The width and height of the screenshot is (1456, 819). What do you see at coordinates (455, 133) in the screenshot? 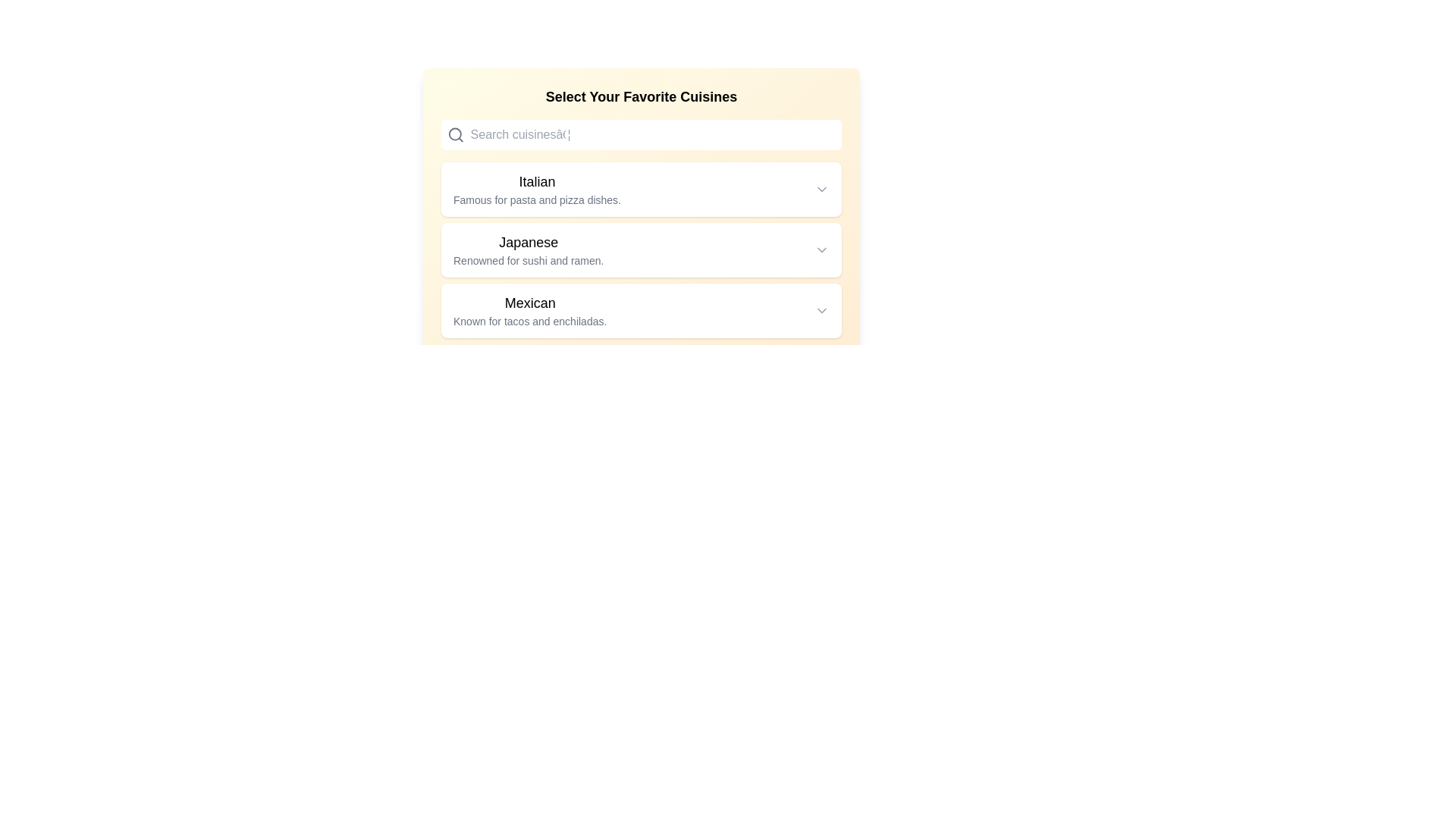
I see `the search functionality icon located in the white search bar to the left of the 'Search cuisines…' input field` at bounding box center [455, 133].